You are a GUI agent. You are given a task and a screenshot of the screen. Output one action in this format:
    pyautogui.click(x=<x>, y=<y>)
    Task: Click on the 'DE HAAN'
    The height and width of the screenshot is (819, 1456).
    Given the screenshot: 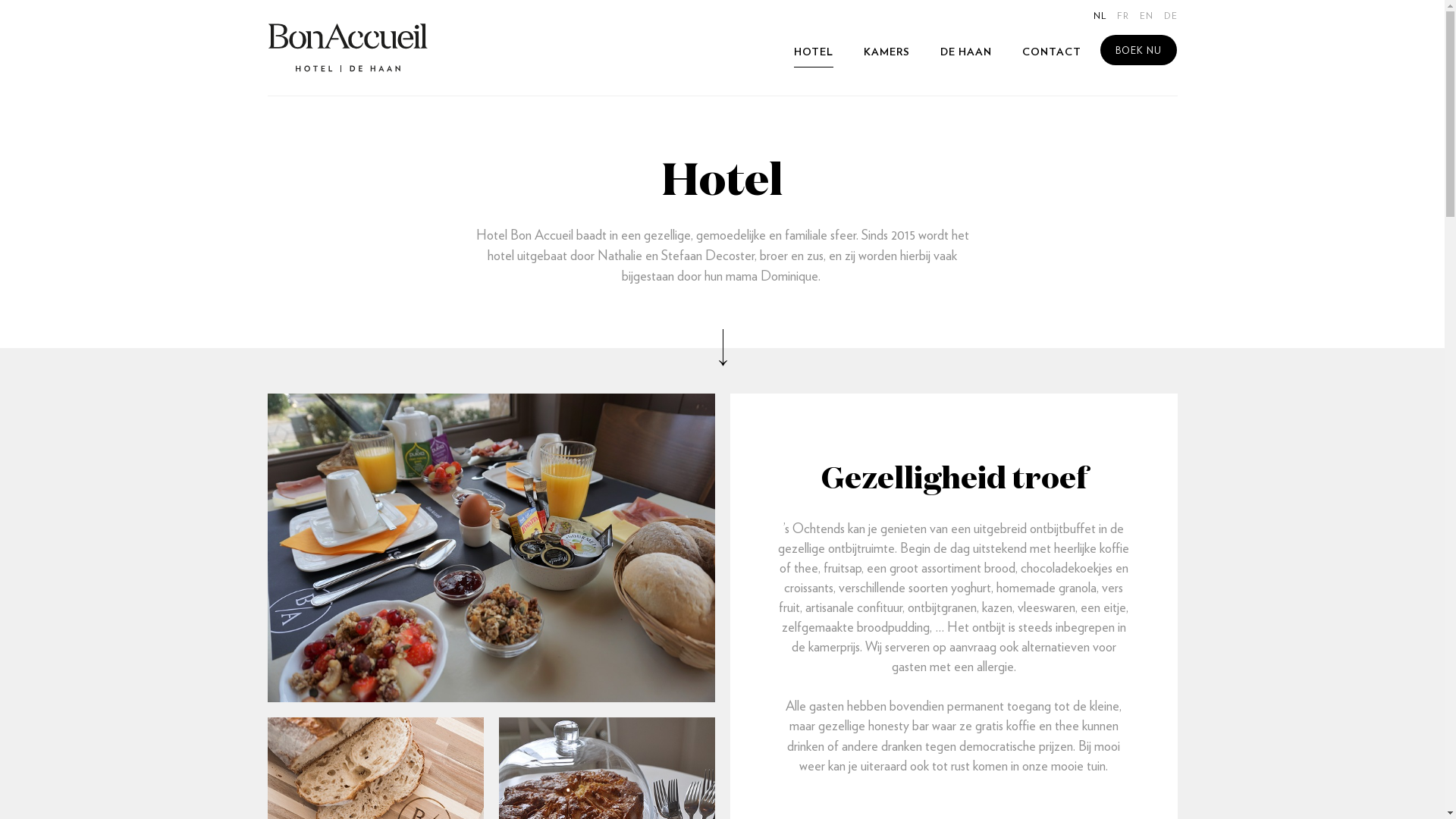 What is the action you would take?
    pyautogui.click(x=965, y=52)
    